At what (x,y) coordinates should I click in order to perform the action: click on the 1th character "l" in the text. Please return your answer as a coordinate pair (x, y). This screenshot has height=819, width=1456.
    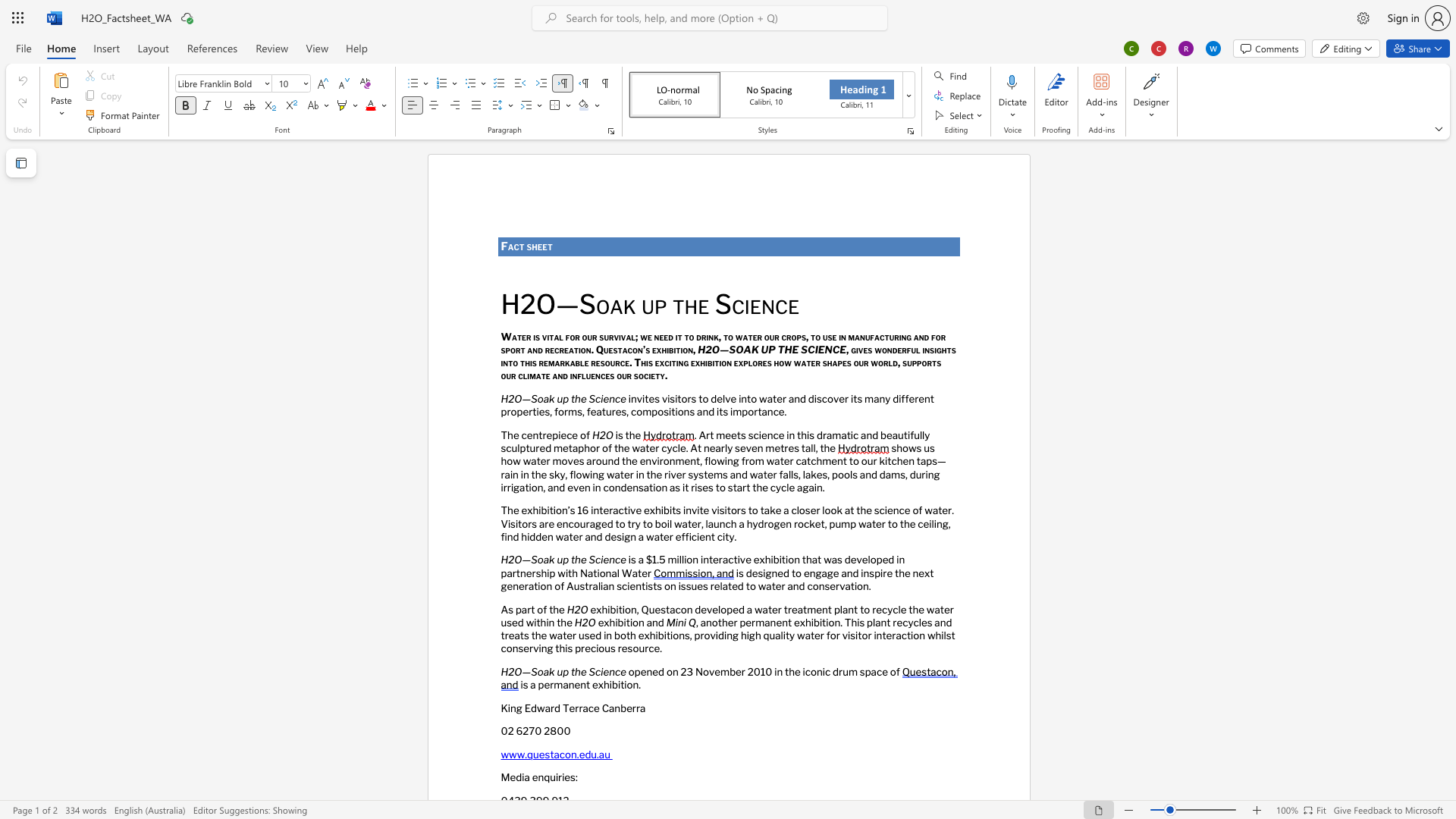
    Looking at the image, I should click on (582, 375).